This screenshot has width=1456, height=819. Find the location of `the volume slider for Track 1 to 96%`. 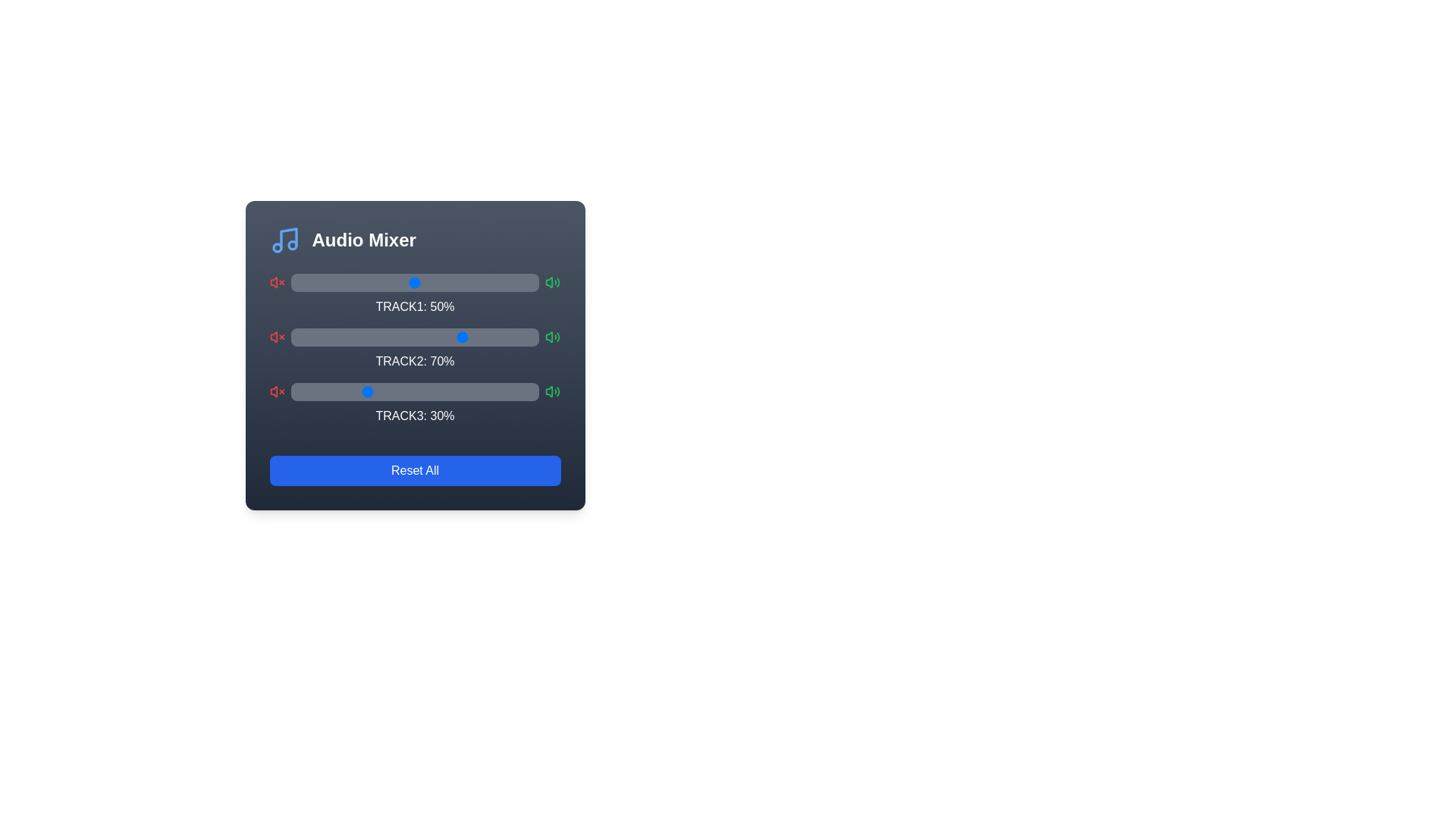

the volume slider for Track 1 to 96% is located at coordinates (529, 283).